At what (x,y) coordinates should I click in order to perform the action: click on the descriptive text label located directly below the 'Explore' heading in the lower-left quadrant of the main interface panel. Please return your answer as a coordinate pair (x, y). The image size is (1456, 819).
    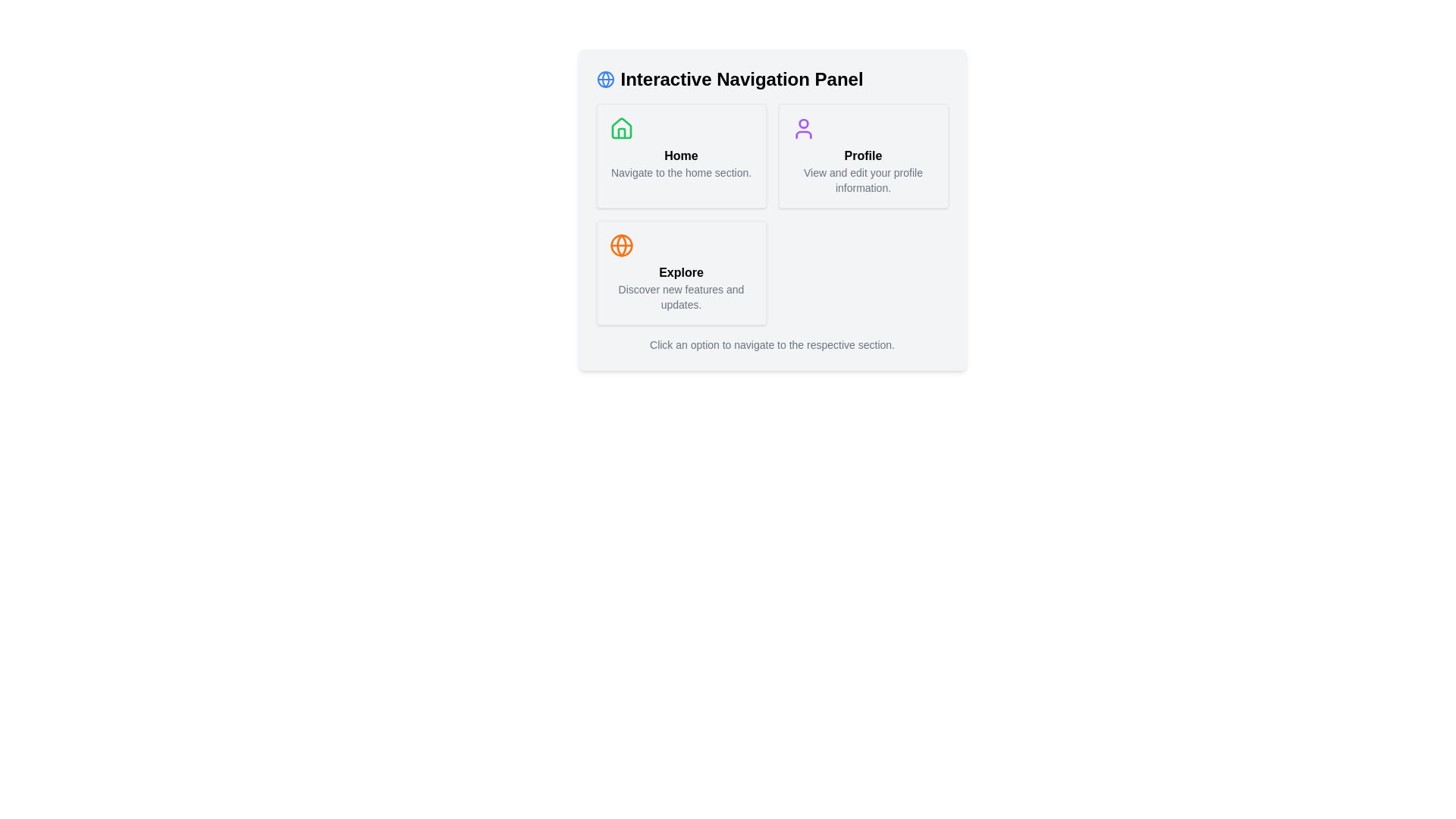
    Looking at the image, I should click on (680, 297).